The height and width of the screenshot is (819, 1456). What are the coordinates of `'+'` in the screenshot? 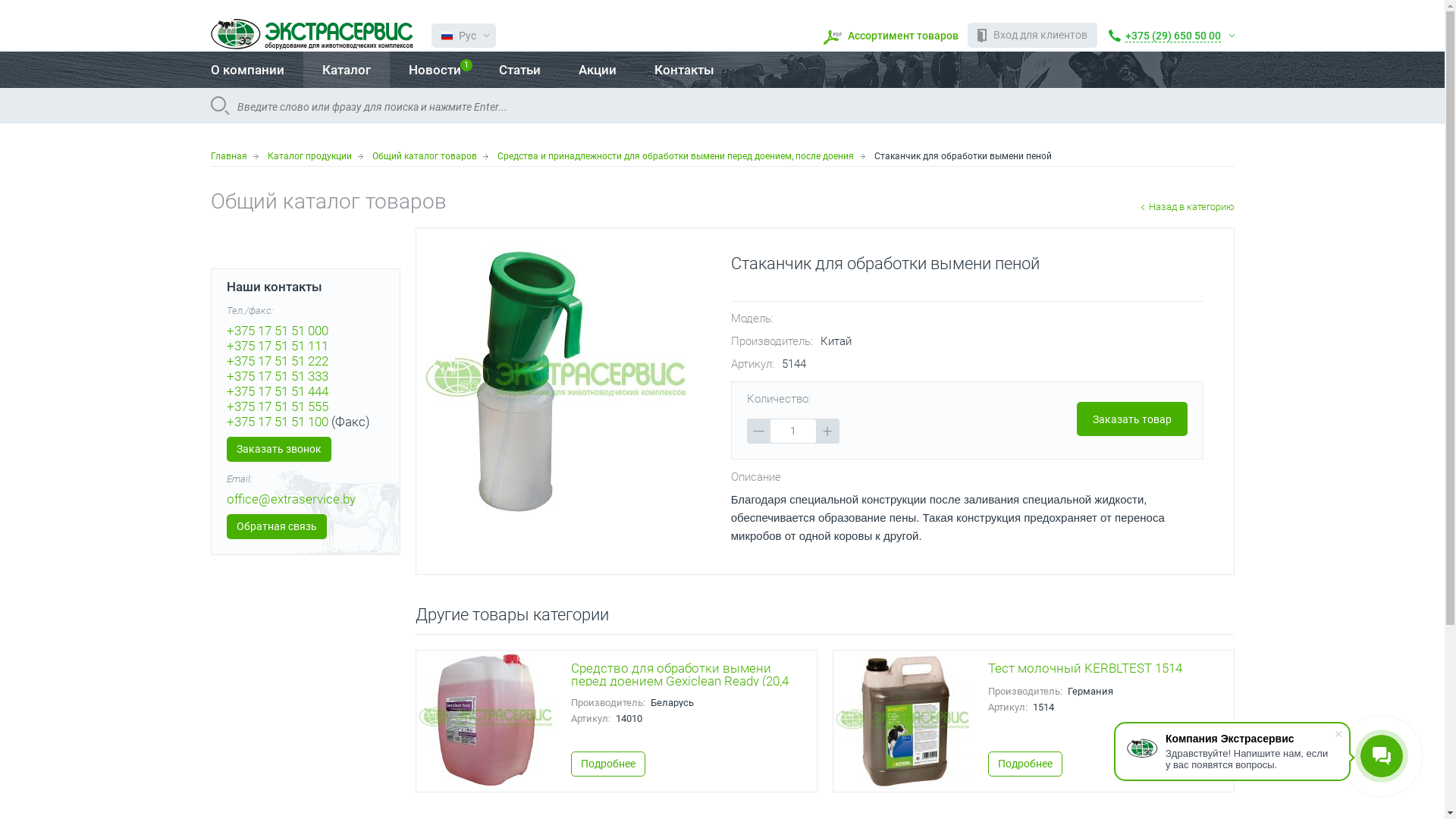 It's located at (827, 431).